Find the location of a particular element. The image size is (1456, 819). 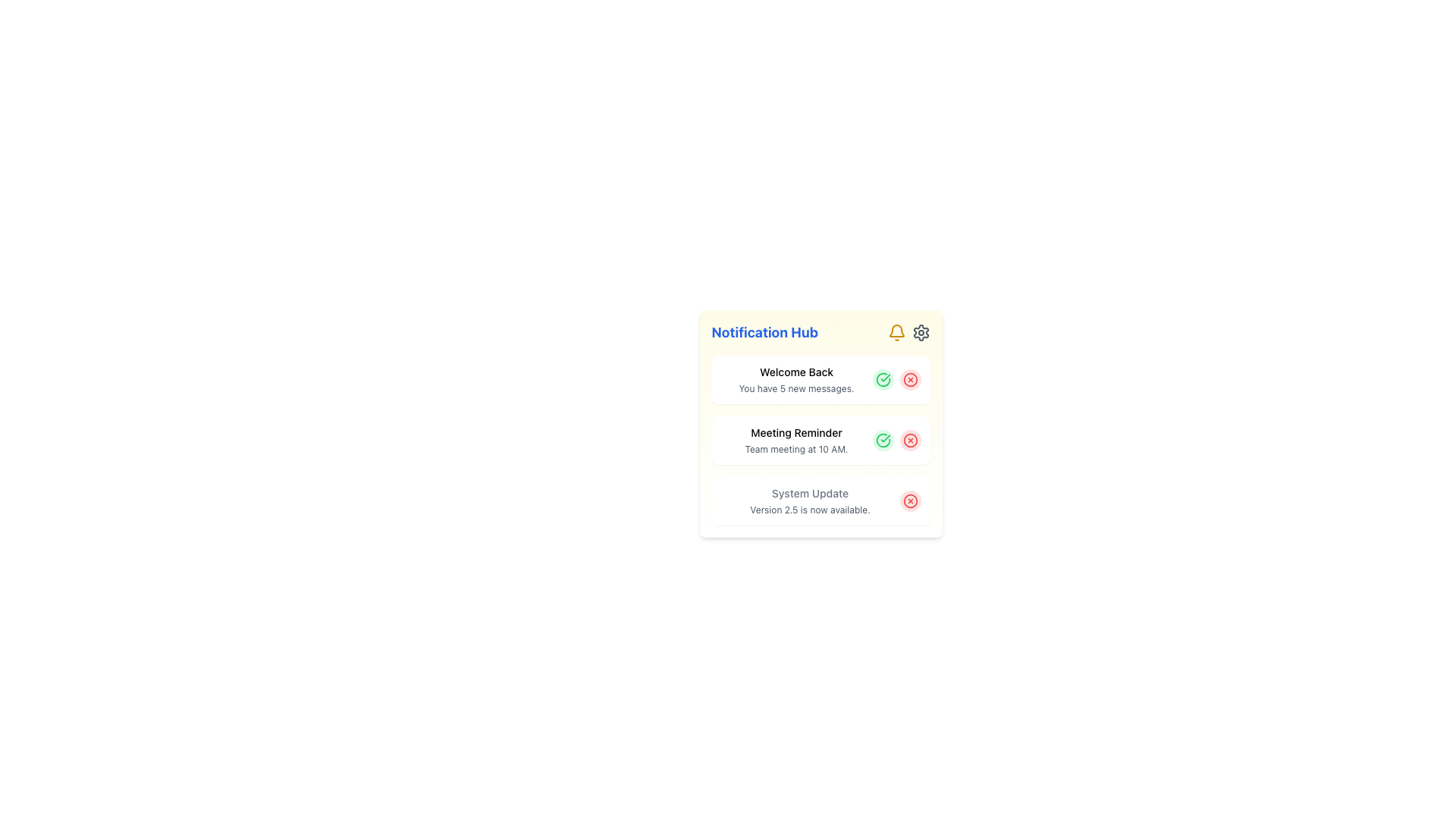

the settings icon located at the top-right corner of the 'Notification Hub' popup is located at coordinates (920, 332).